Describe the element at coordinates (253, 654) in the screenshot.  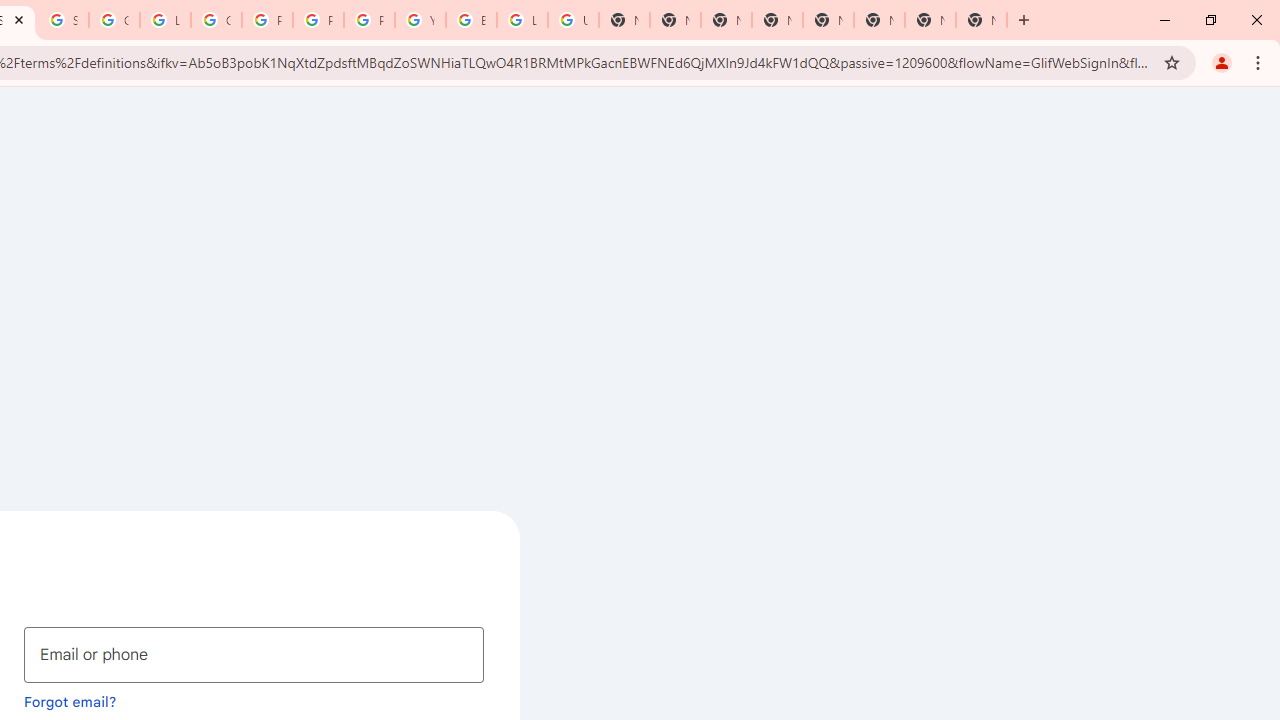
I see `'Email or phone'` at that location.